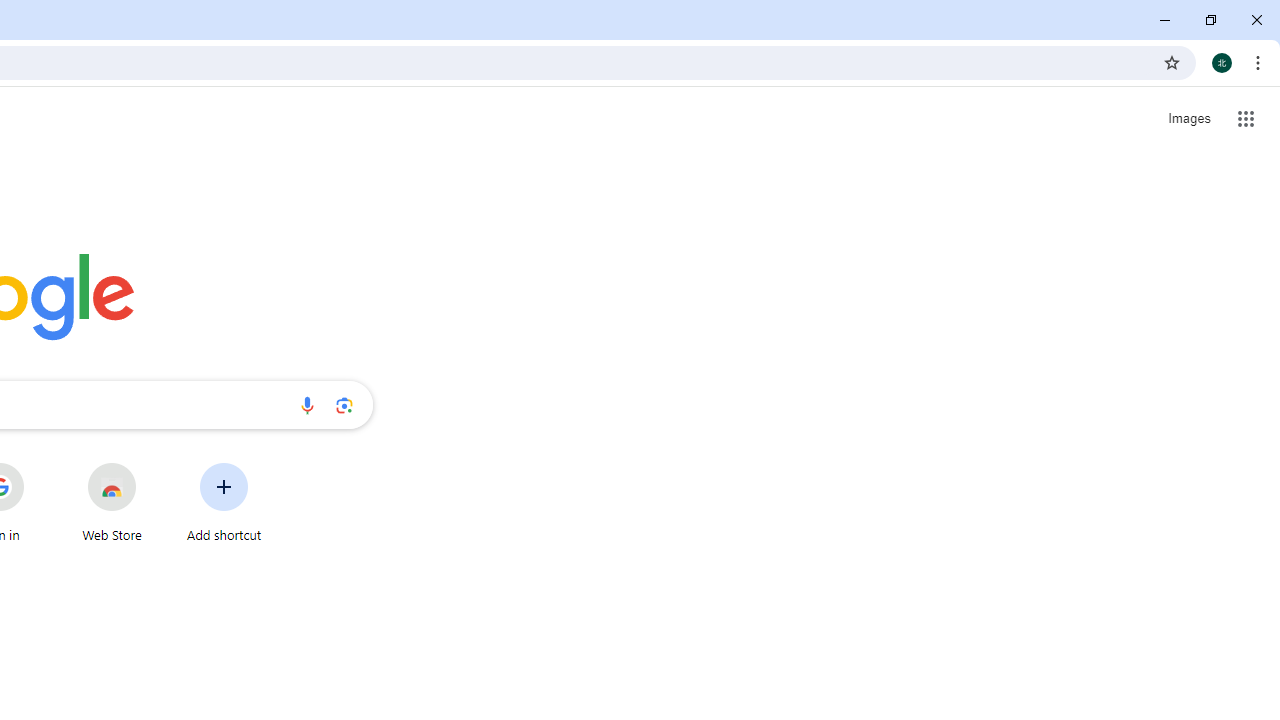 The image size is (1280, 720). Describe the element at coordinates (39, 464) in the screenshot. I see `'More actions for Sign in shortcut'` at that location.